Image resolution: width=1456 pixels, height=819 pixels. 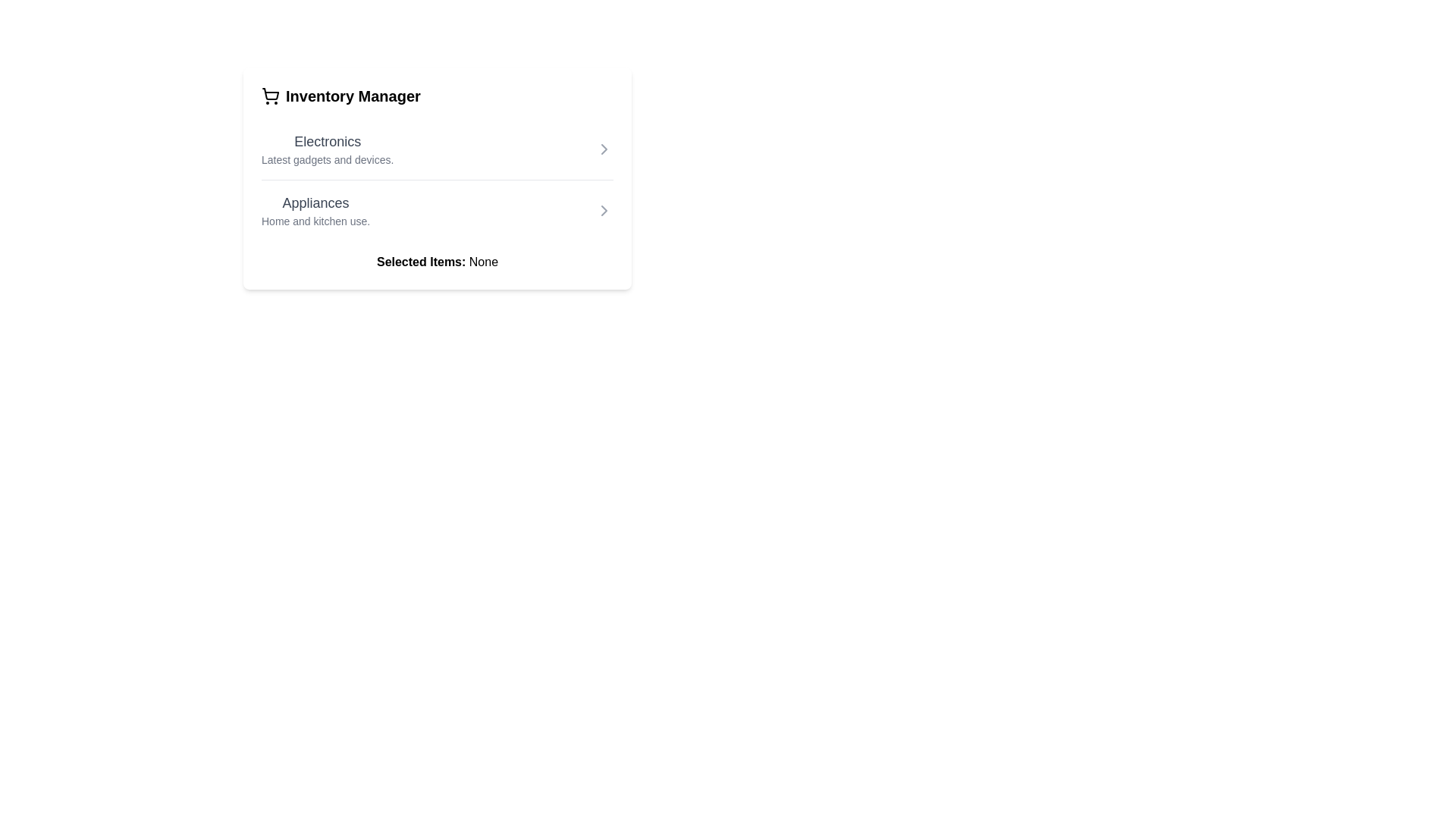 I want to click on the 'Appliances' navigation link, which is the second item in the Inventory Manager, so click(x=436, y=210).